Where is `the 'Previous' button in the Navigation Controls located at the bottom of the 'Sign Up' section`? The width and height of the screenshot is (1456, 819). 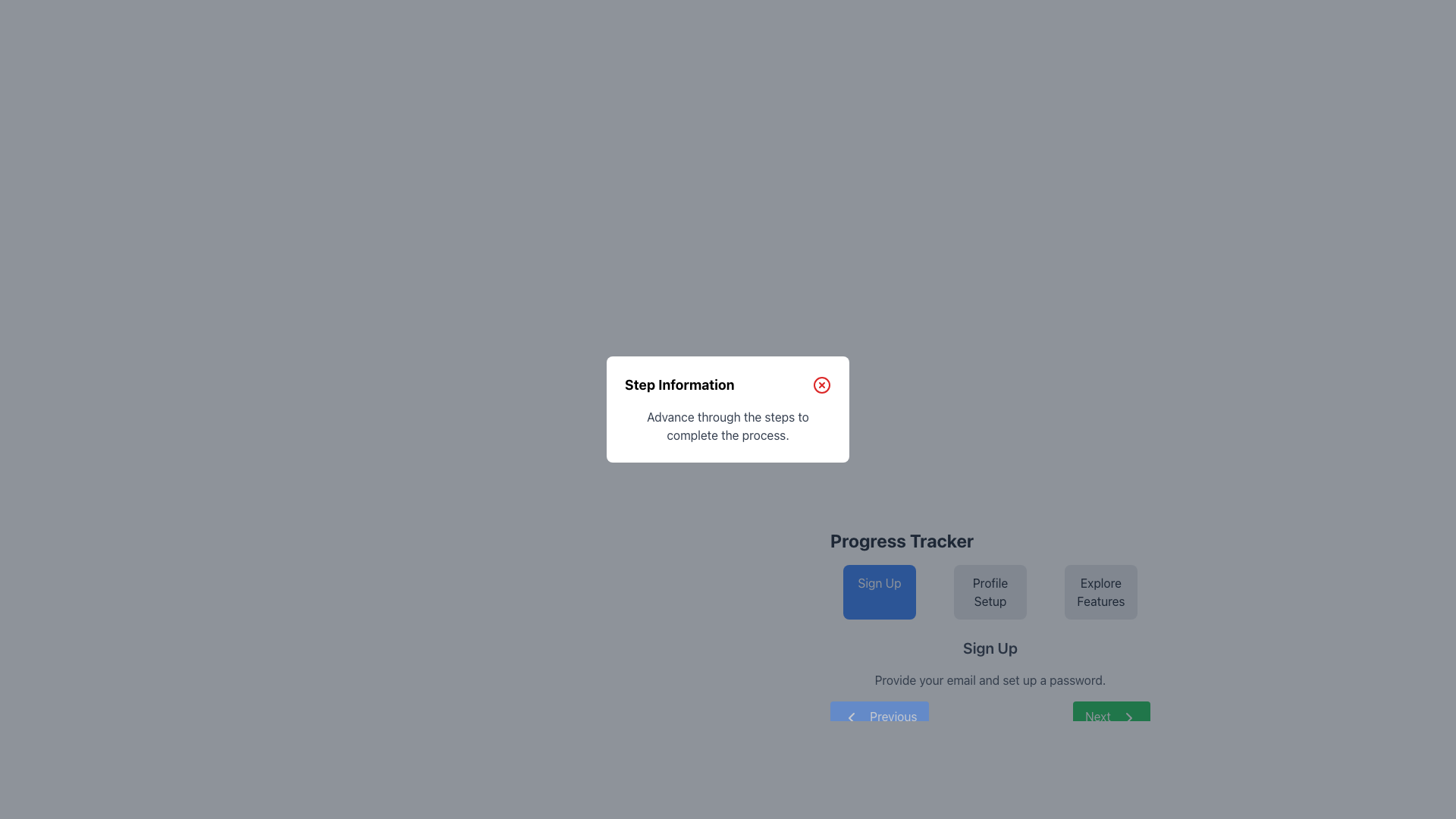
the 'Previous' button in the Navigation Controls located at the bottom of the 'Sign Up' section is located at coordinates (990, 717).